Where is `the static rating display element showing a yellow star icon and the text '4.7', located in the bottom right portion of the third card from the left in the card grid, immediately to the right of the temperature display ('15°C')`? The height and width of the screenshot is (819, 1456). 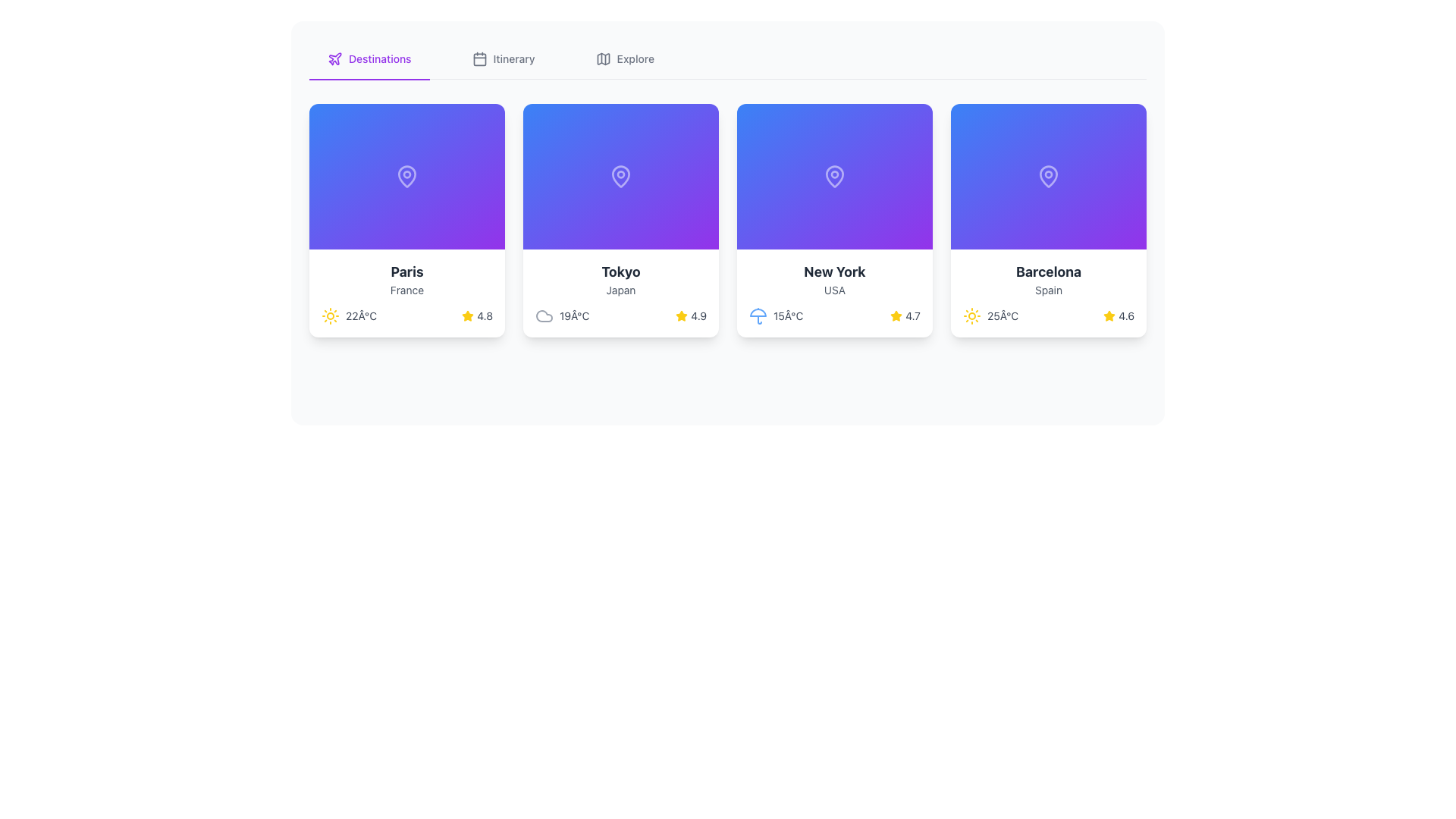
the static rating display element showing a yellow star icon and the text '4.7', located in the bottom right portion of the third card from the left in the card grid, immediately to the right of the temperature display ('15°C') is located at coordinates (905, 315).